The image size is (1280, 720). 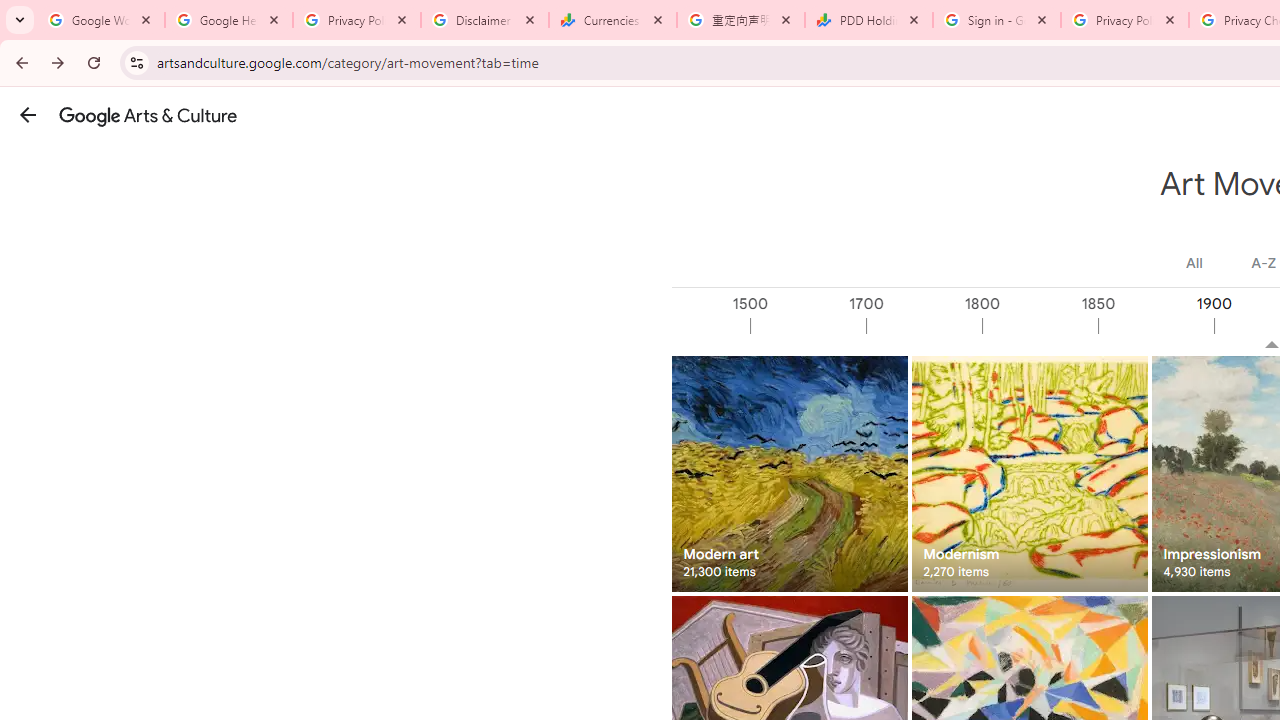 What do you see at coordinates (788, 473) in the screenshot?
I see `'Modern art 21,300 items'` at bounding box center [788, 473].